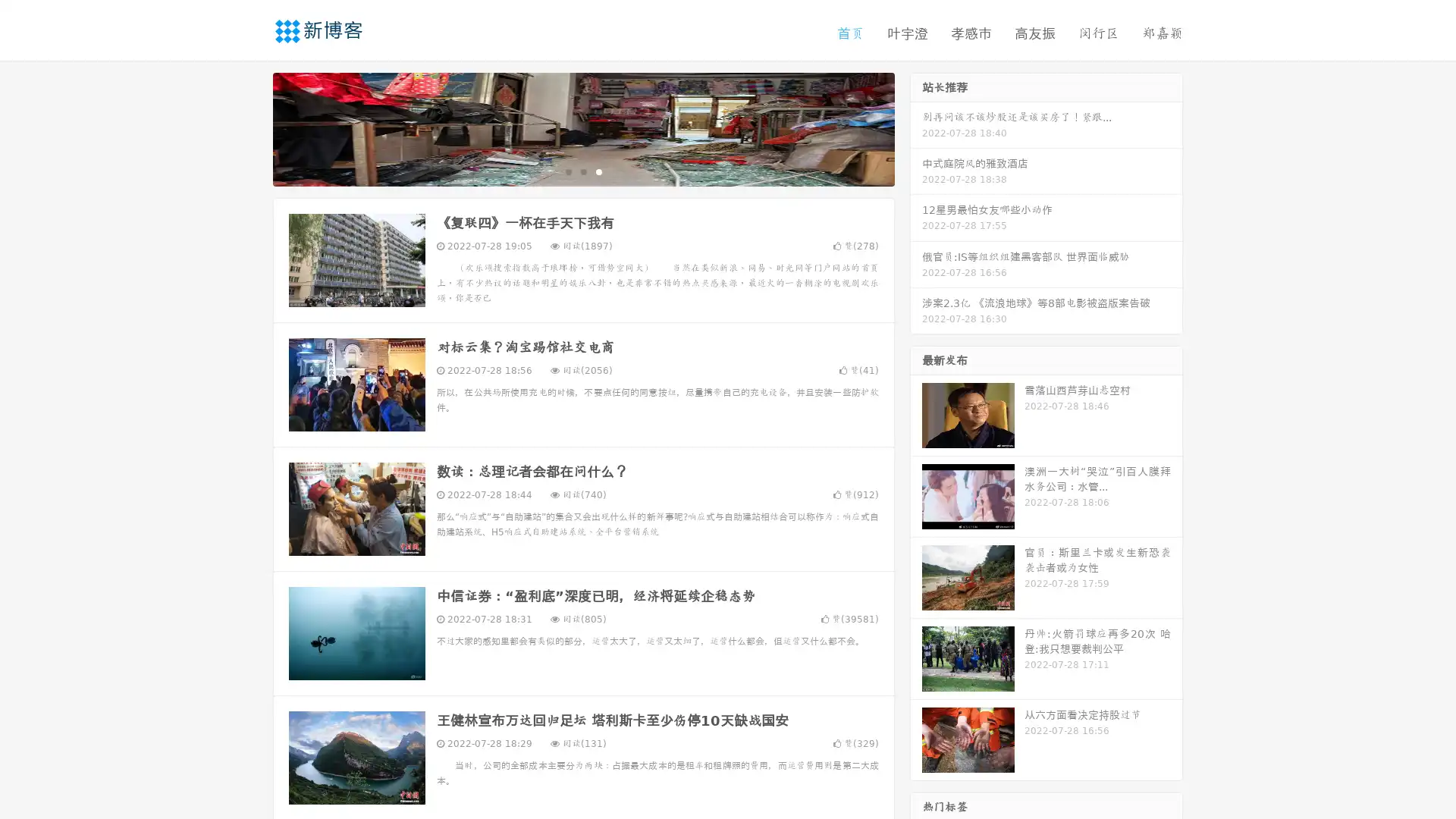 This screenshot has height=819, width=1456. Describe the element at coordinates (916, 127) in the screenshot. I see `Next slide` at that location.